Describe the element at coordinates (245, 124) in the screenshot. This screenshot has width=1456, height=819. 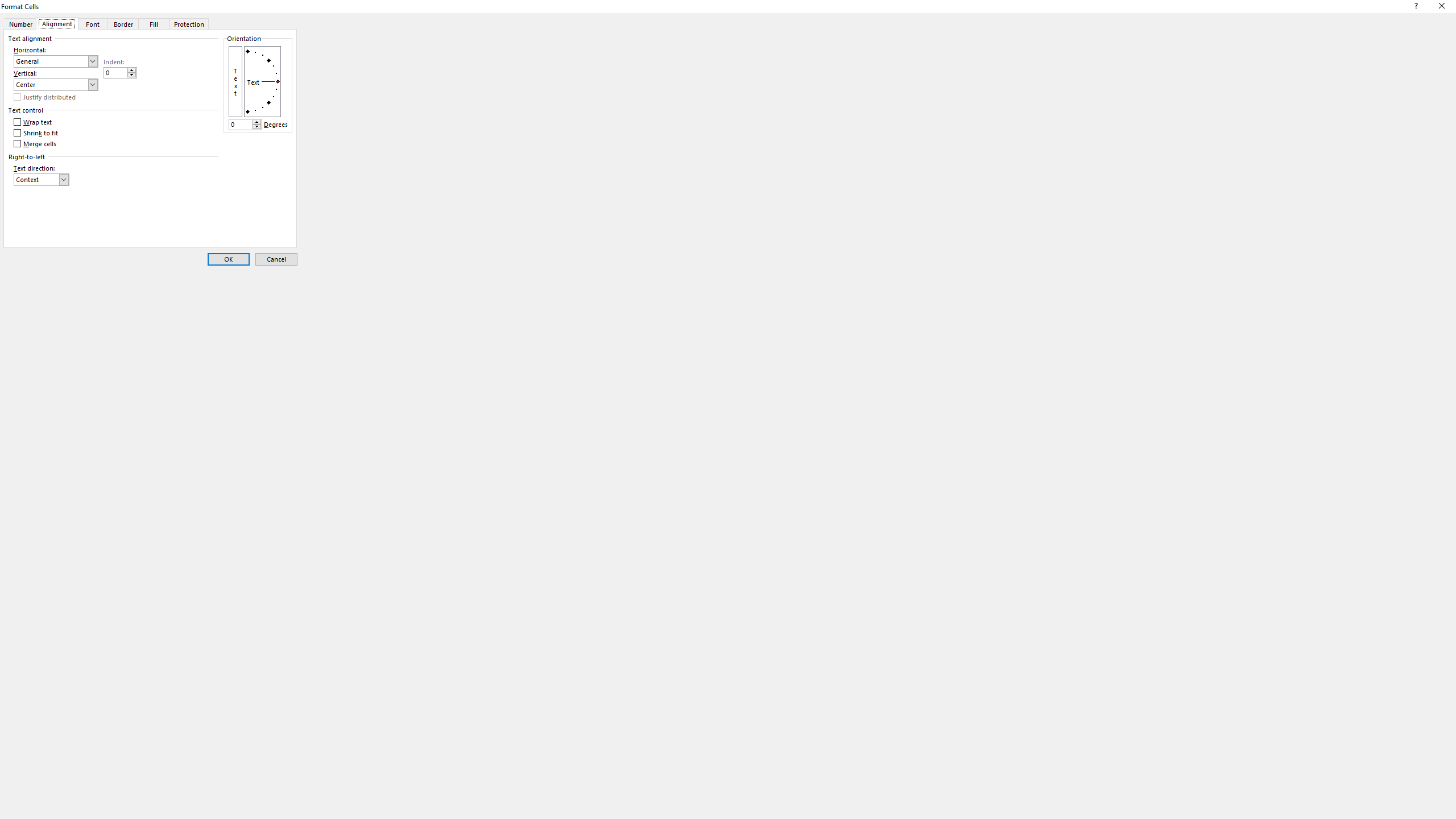
I see `'Degrees'` at that location.